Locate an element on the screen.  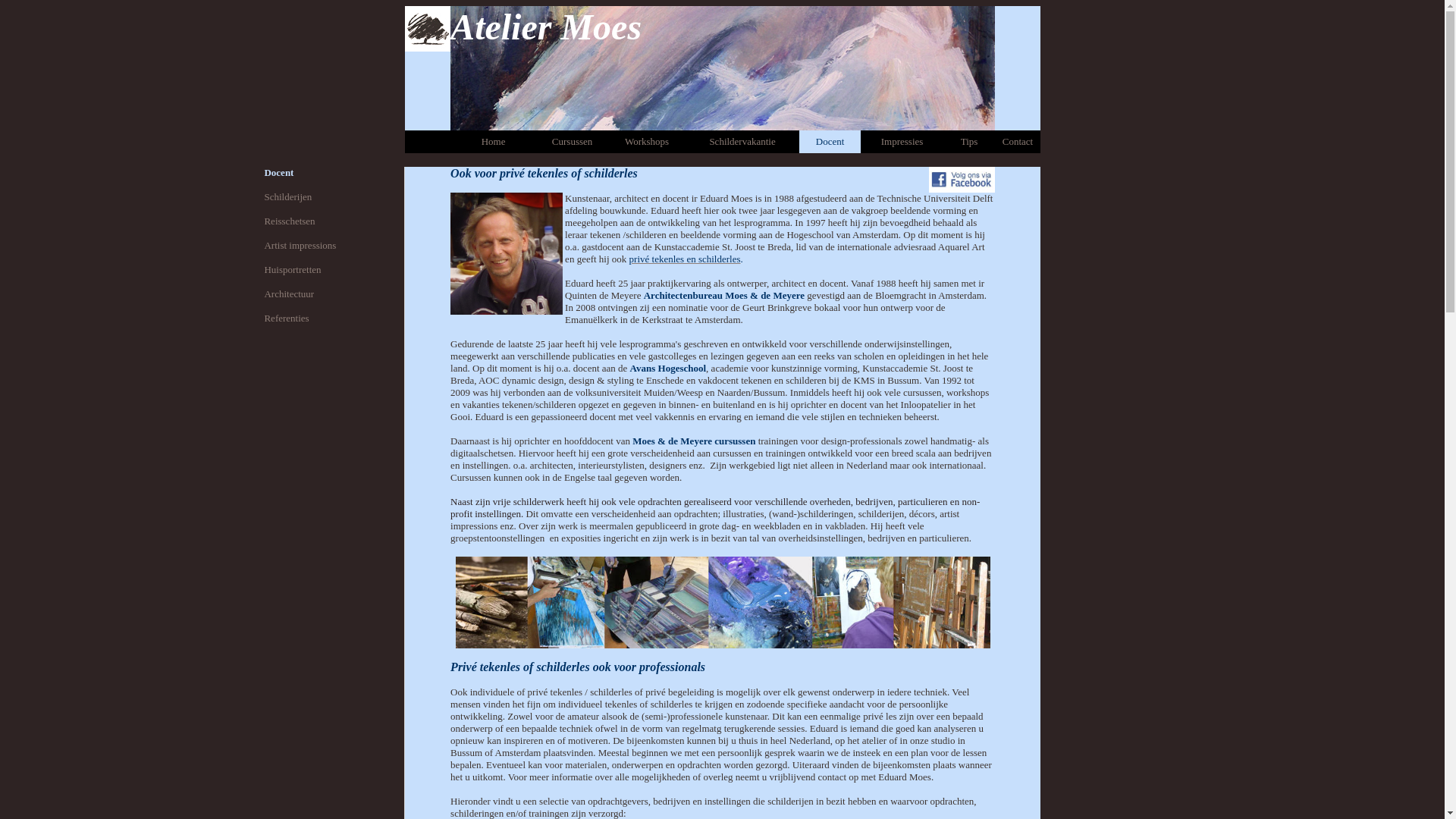
'Docent' is located at coordinates (278, 171).